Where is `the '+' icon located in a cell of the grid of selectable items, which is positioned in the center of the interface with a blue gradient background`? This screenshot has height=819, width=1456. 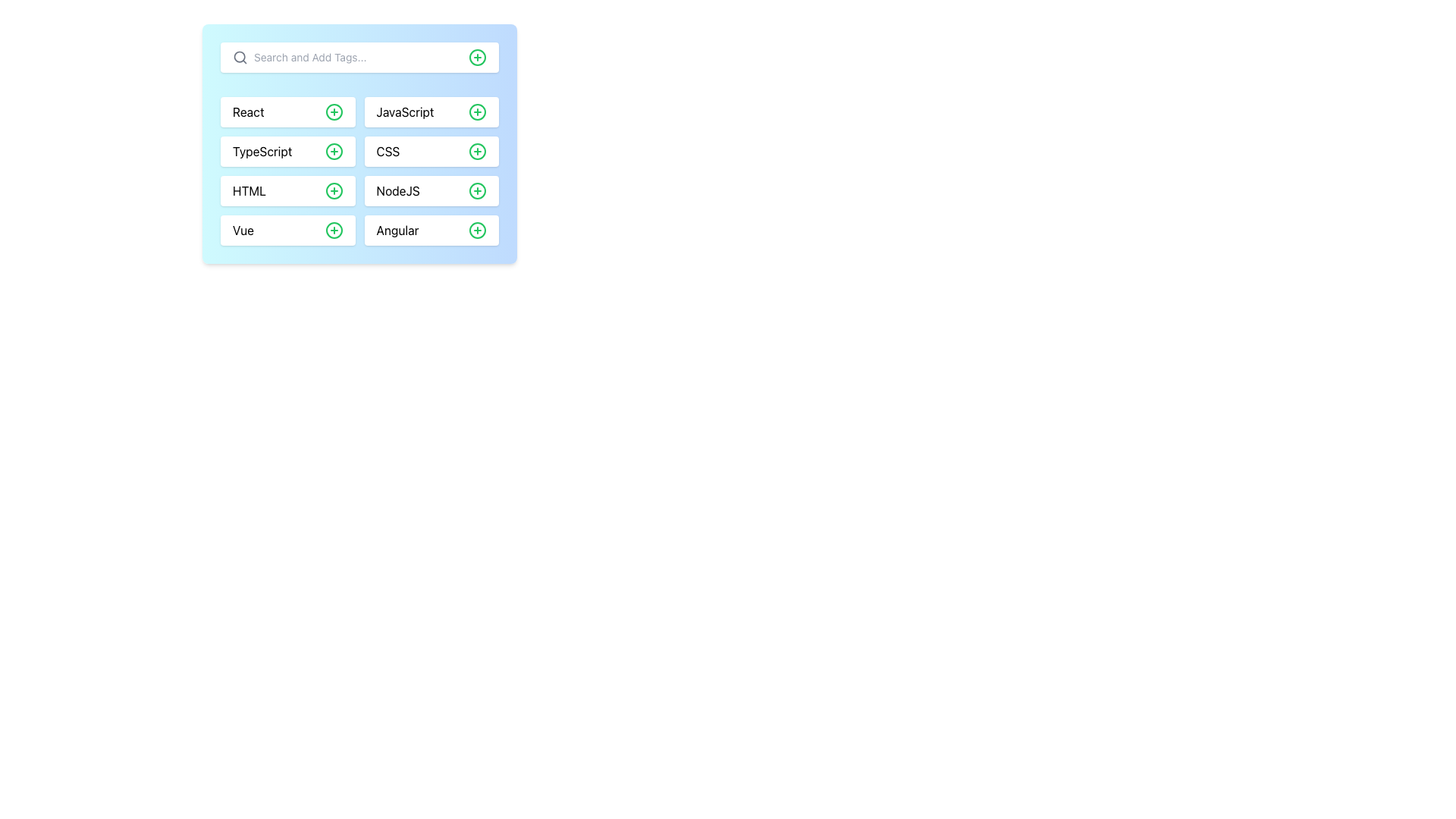
the '+' icon located in a cell of the grid of selectable items, which is positioned in the center of the interface with a blue gradient background is located at coordinates (359, 171).